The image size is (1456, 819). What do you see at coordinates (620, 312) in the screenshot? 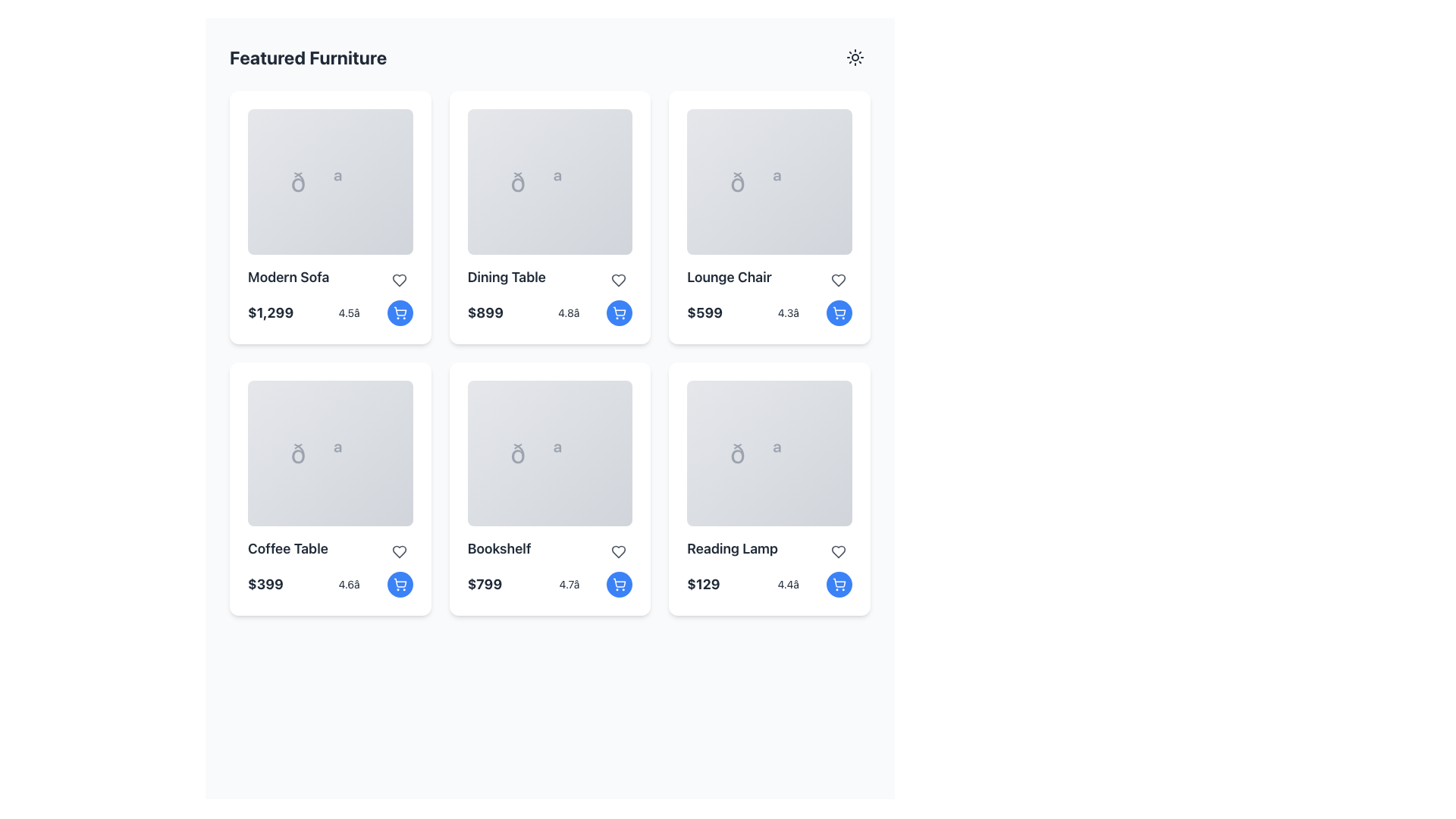
I see `the shopping cart icon button in the bottom right corner of the 'Dining Table' item card` at bounding box center [620, 312].